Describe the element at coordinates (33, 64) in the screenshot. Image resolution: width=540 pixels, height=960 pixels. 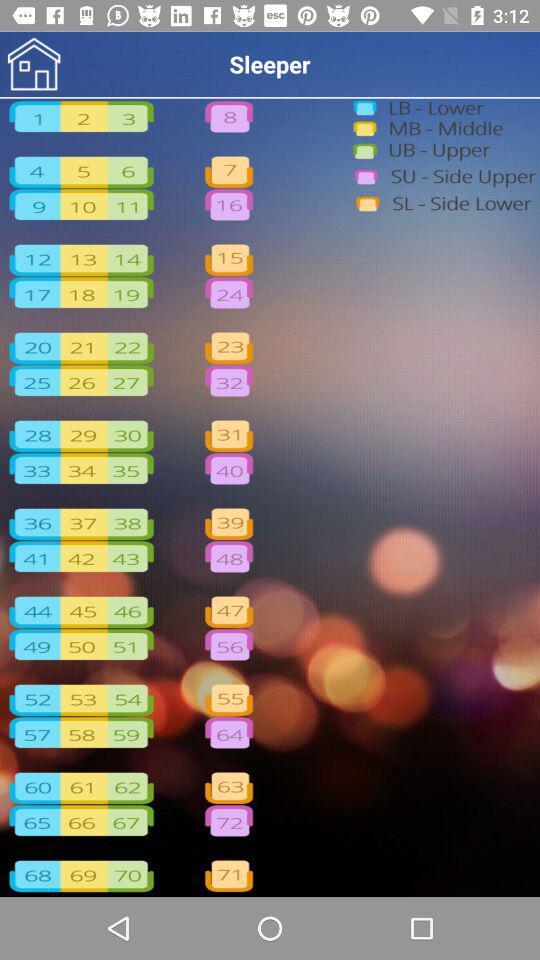
I see `homepage` at that location.